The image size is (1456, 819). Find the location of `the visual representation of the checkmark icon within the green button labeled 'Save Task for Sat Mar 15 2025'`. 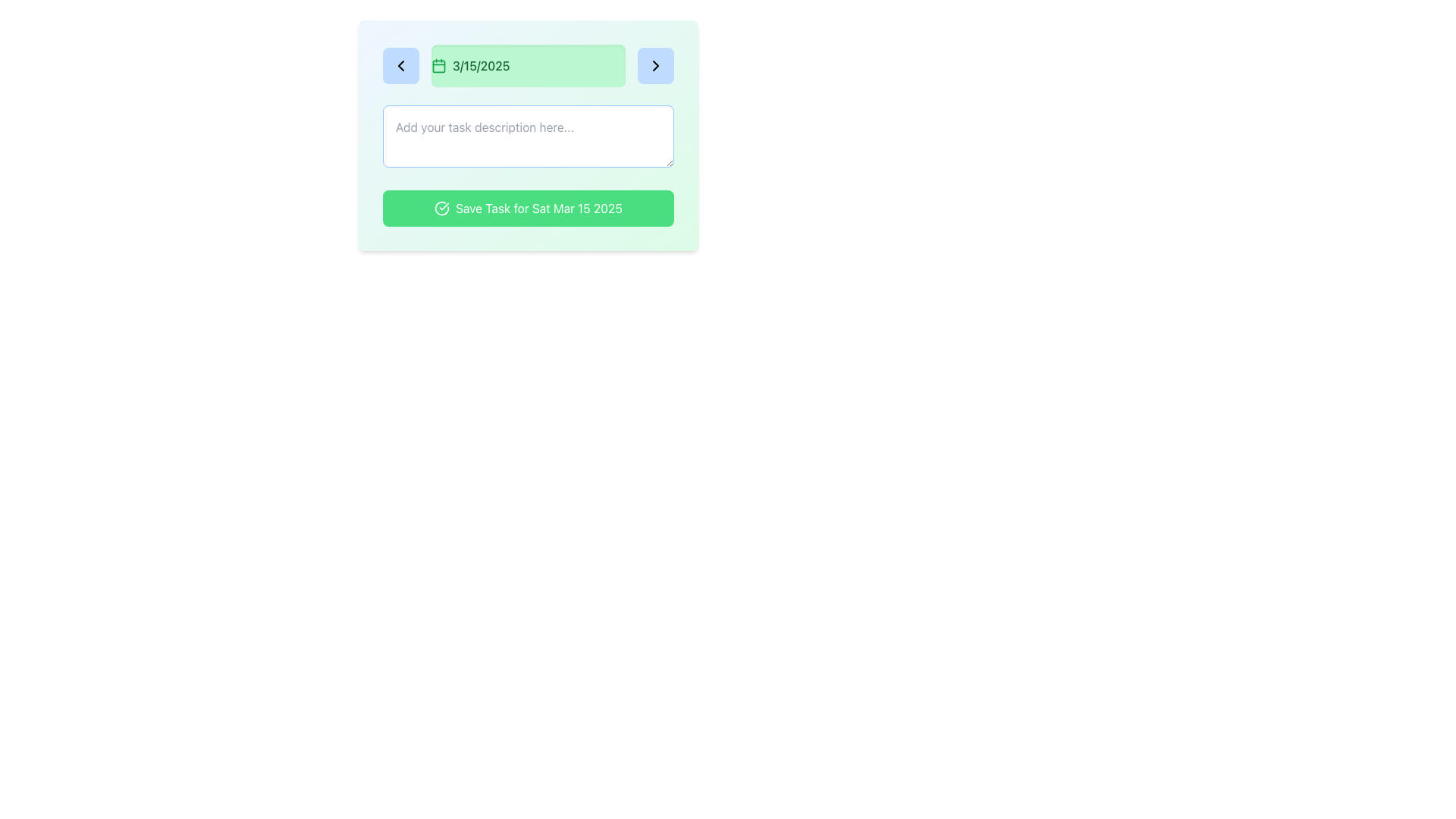

the visual representation of the checkmark icon within the green button labeled 'Save Task for Sat Mar 15 2025' is located at coordinates (441, 208).